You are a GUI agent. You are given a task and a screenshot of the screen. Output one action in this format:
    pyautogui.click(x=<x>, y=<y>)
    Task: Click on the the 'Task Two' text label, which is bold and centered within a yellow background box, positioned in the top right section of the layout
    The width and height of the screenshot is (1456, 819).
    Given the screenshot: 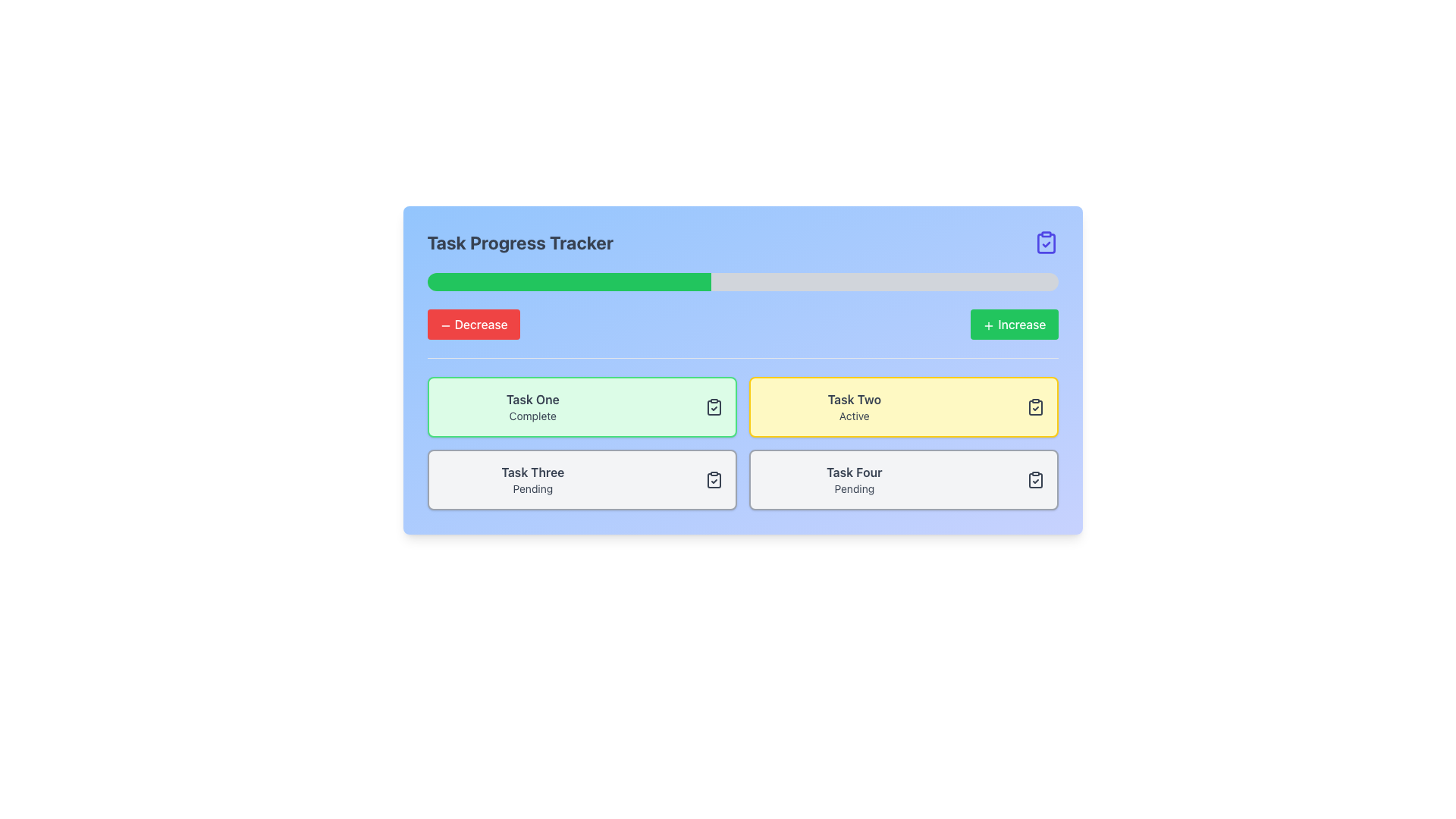 What is the action you would take?
    pyautogui.click(x=854, y=399)
    